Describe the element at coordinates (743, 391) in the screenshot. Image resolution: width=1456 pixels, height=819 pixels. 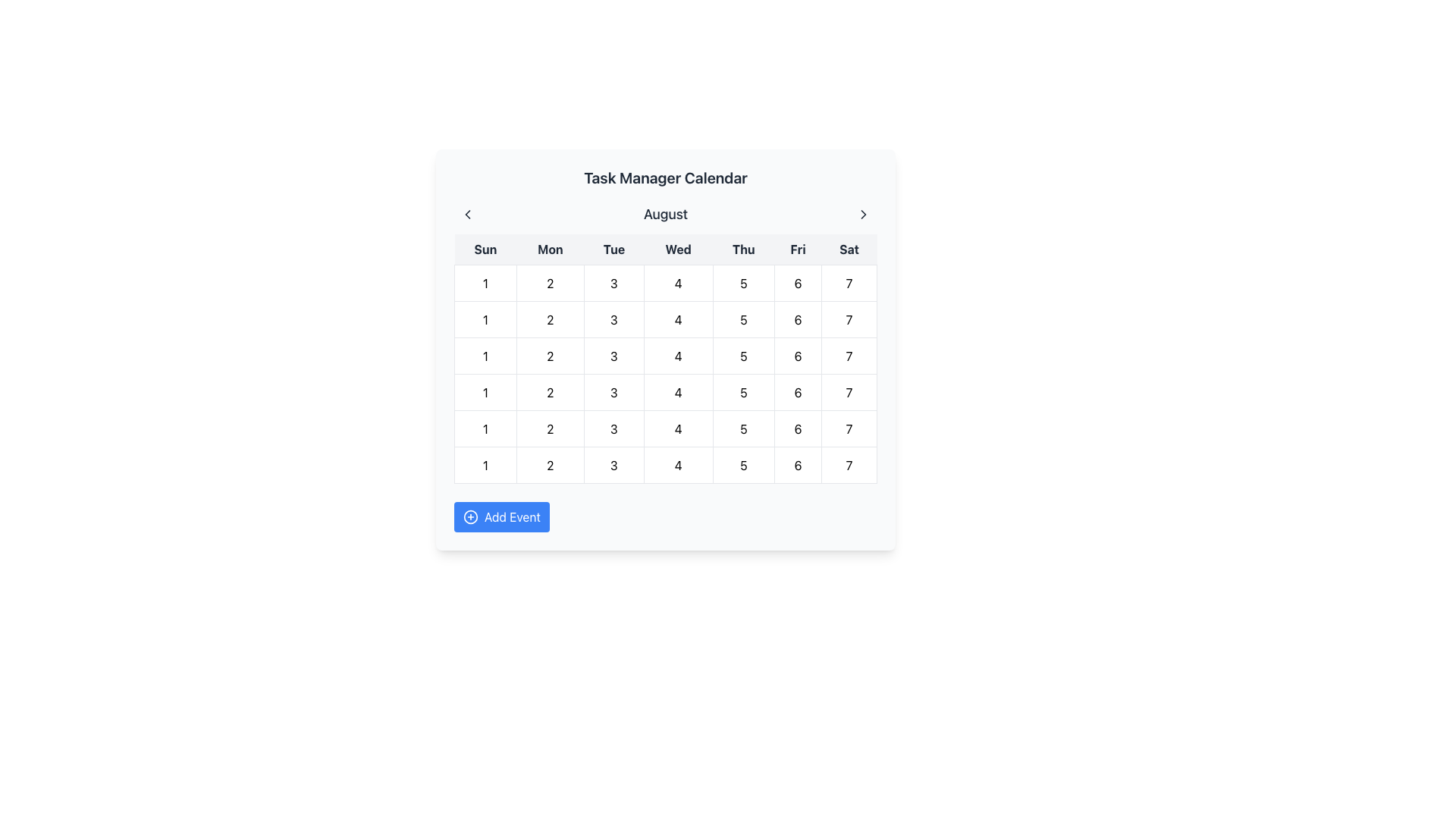
I see `the grid cell displaying the number '5'` at that location.